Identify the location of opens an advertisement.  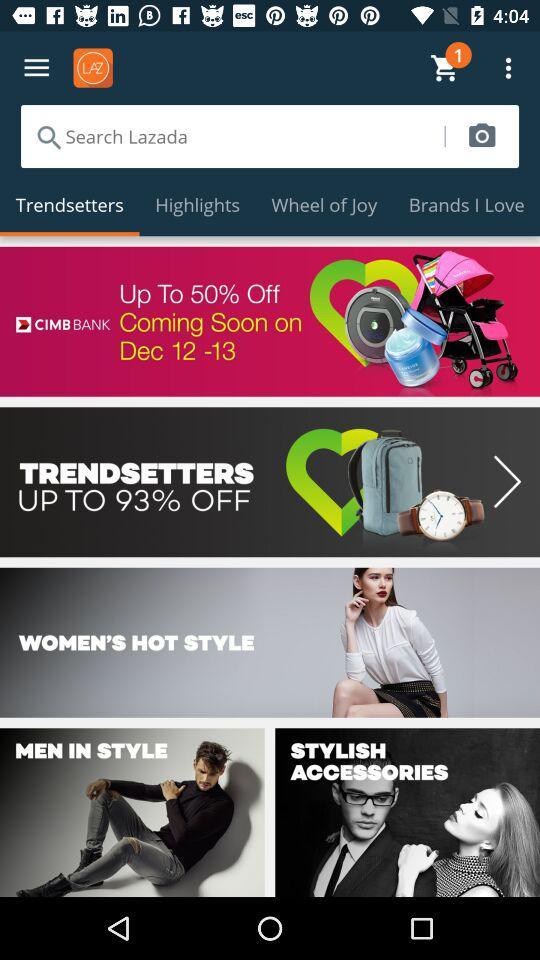
(270, 321).